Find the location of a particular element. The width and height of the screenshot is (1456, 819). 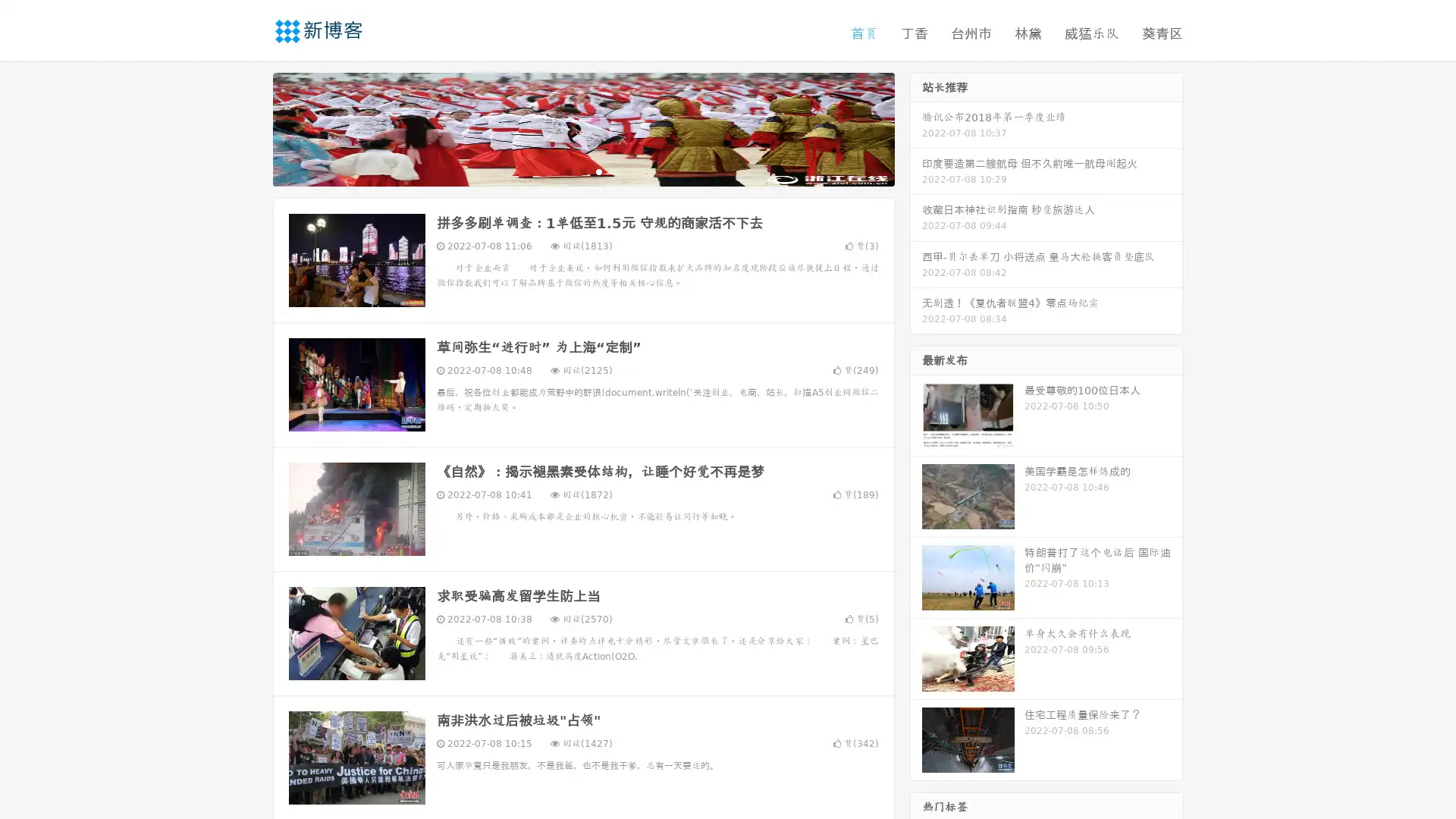

Next slide is located at coordinates (916, 127).